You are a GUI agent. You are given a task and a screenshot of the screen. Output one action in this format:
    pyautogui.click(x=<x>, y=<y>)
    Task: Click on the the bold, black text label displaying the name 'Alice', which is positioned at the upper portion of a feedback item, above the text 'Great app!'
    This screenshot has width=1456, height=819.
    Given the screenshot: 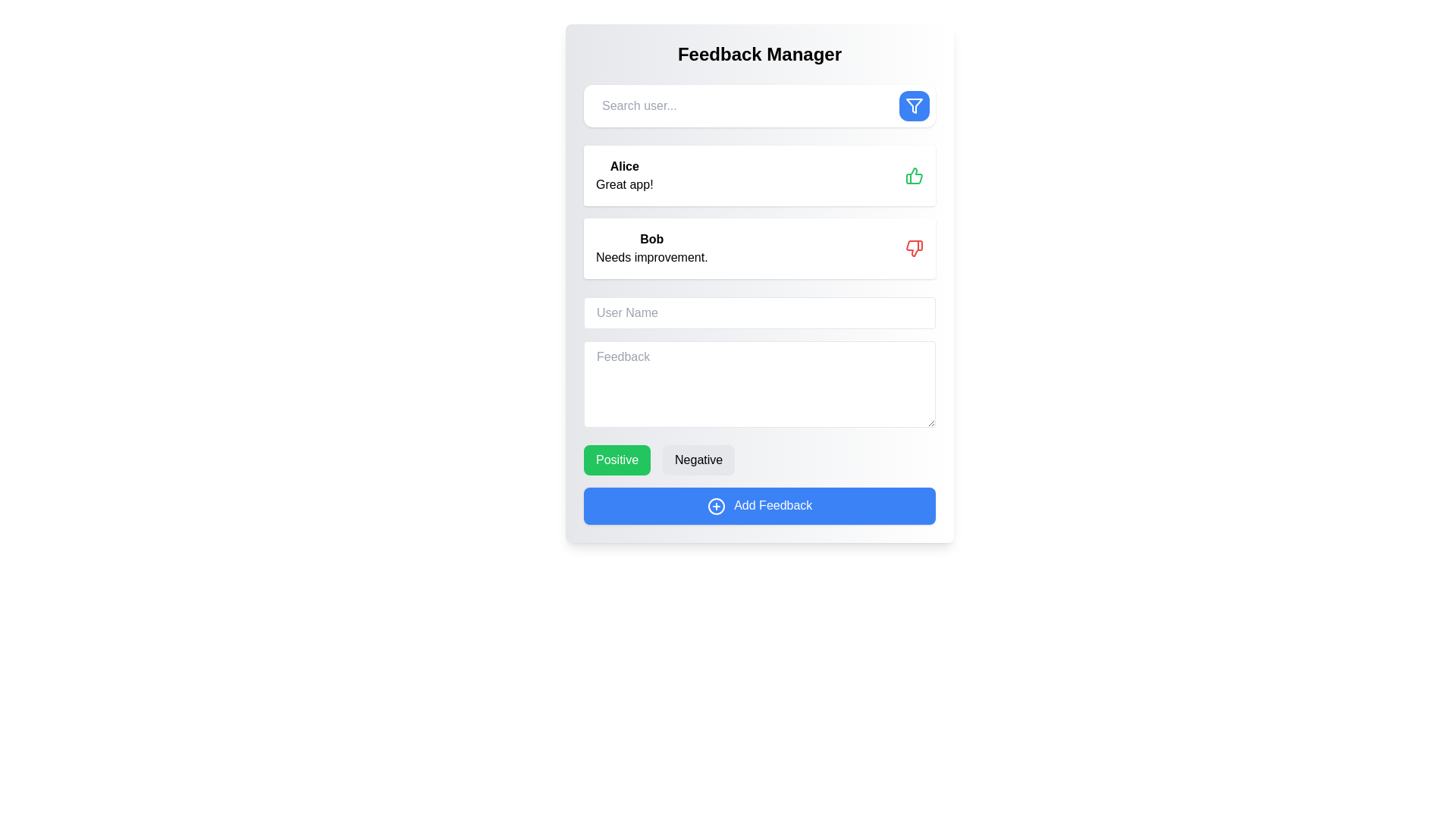 What is the action you would take?
    pyautogui.click(x=624, y=166)
    